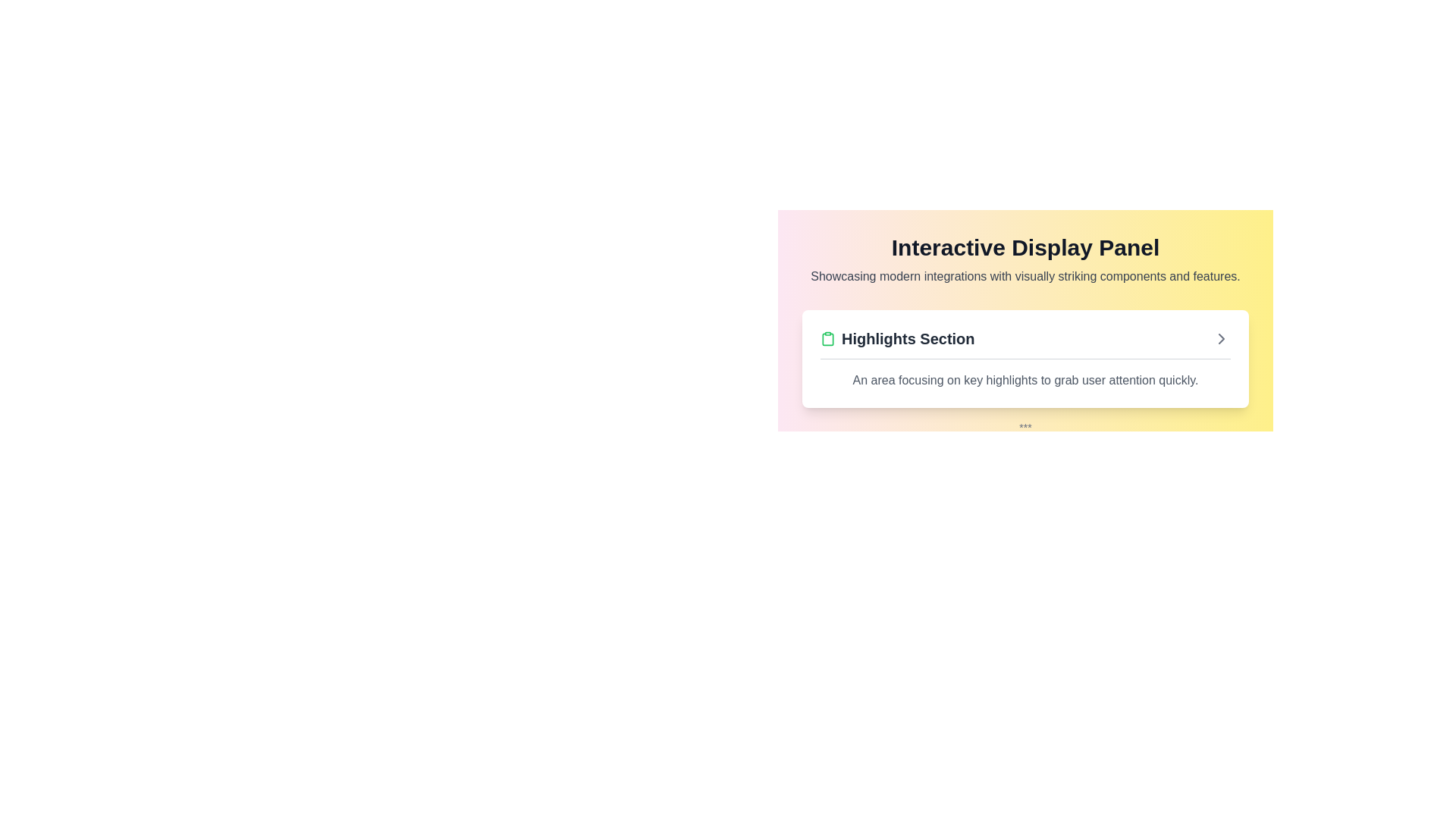  I want to click on the right-pointing chevron icon, which is styled with a thin outline and gray color, located next to the 'Highlights Section' title, so click(1222, 338).